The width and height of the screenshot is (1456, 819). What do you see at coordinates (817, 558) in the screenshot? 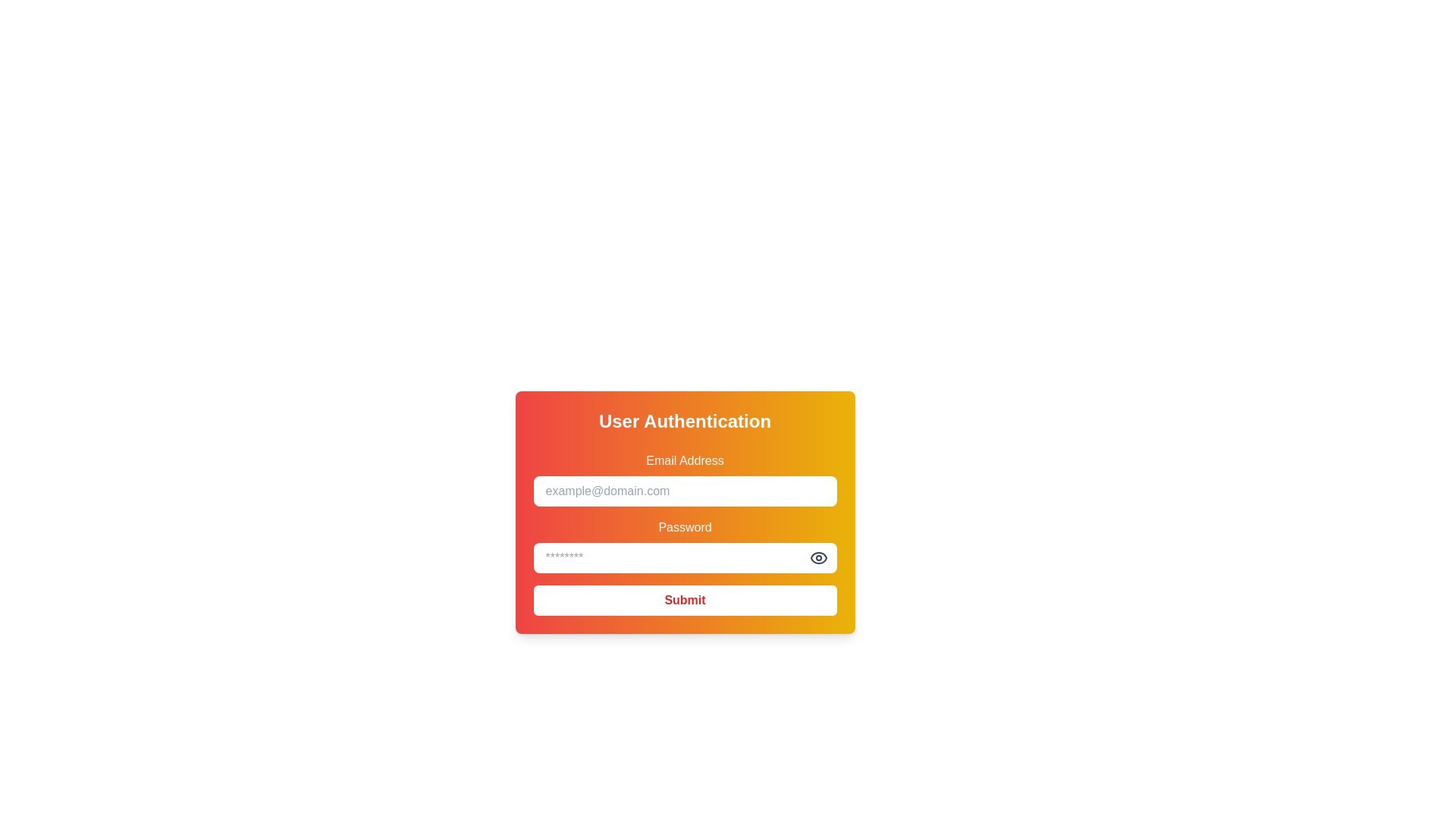
I see `the button with an icon located to the far right of the password input field` at bounding box center [817, 558].